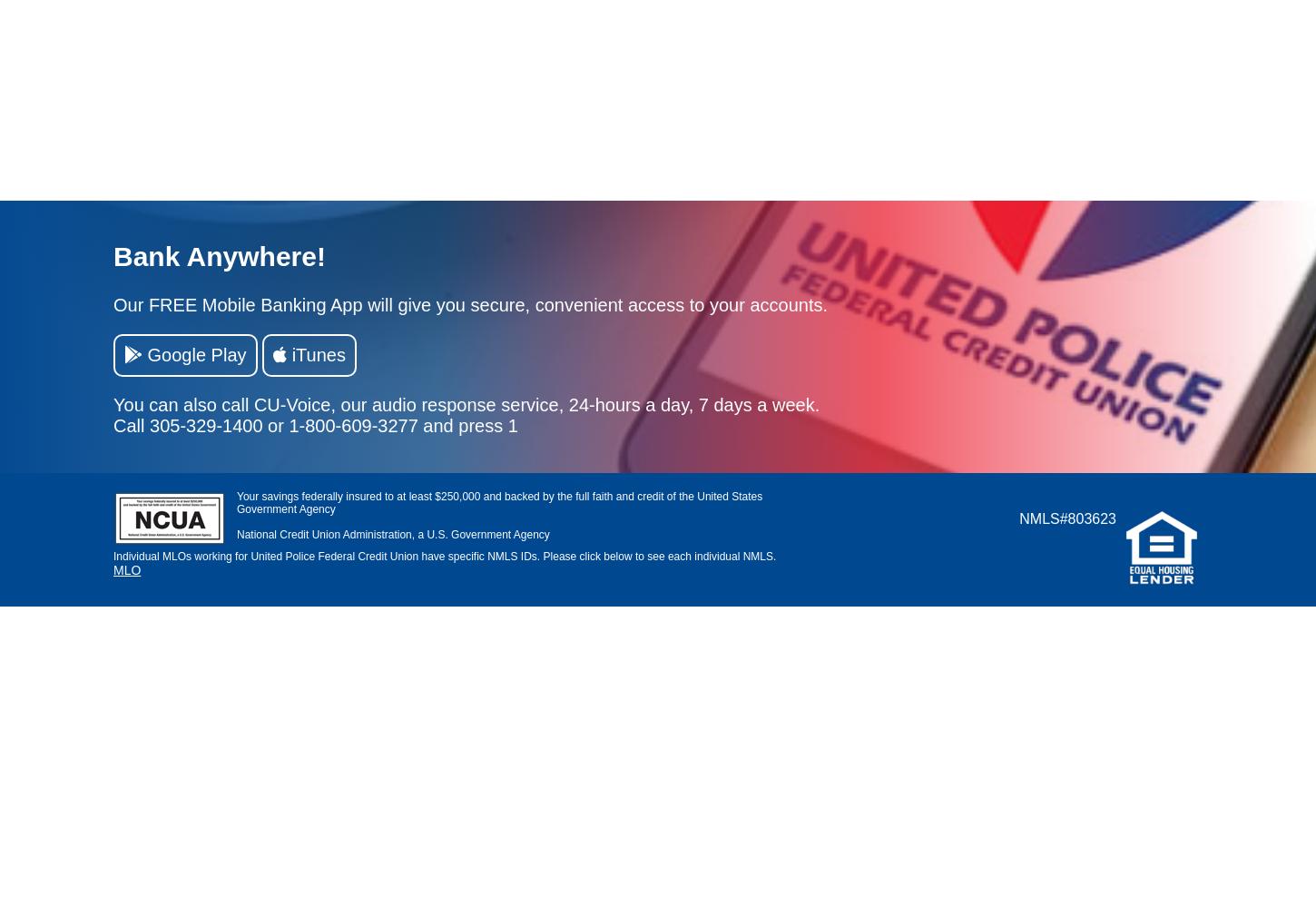 Image resolution: width=1316 pixels, height=908 pixels. What do you see at coordinates (218, 255) in the screenshot?
I see `'Bank Anywhere!'` at bounding box center [218, 255].